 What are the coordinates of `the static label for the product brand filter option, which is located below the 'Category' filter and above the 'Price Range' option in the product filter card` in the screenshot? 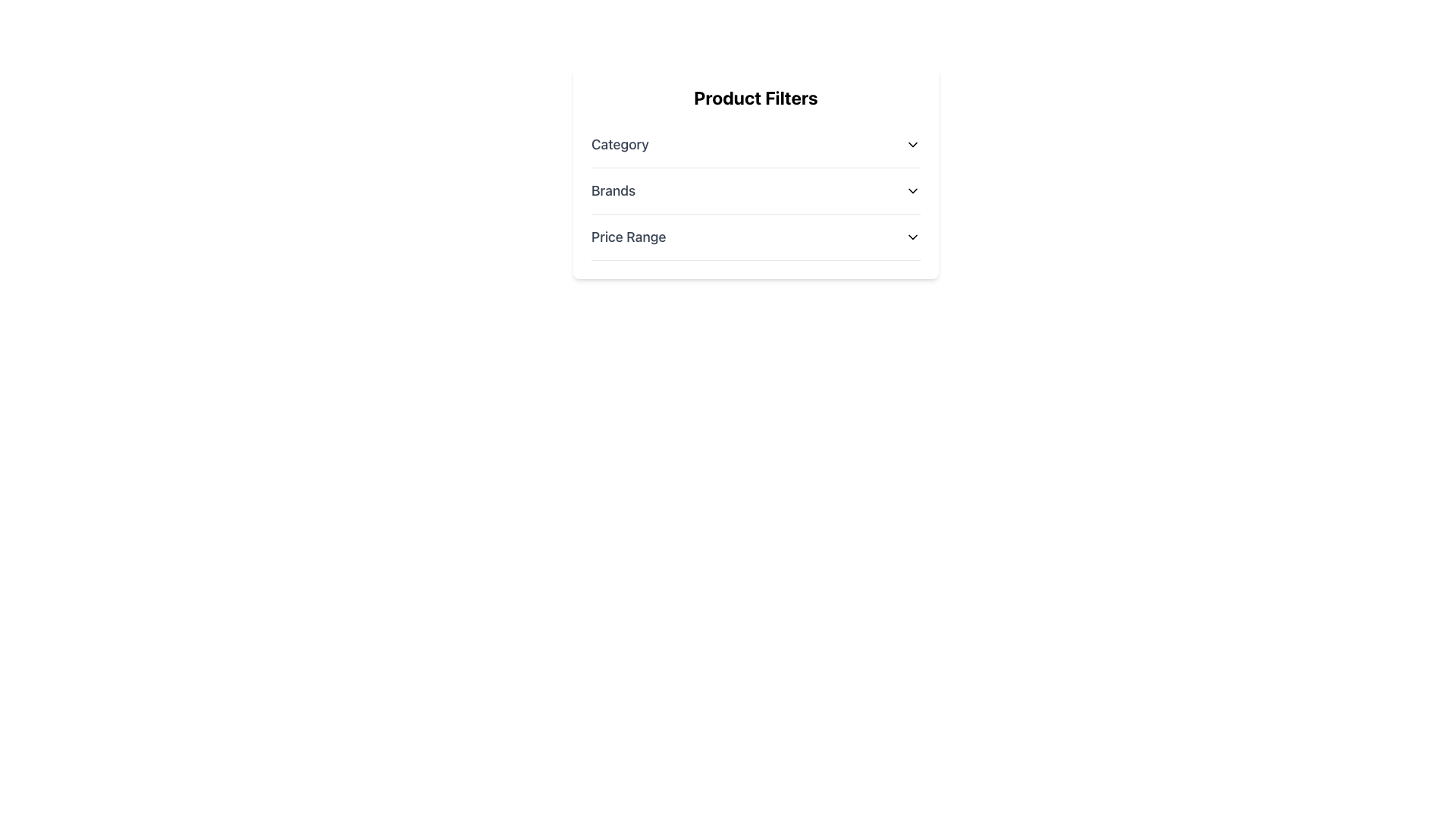 It's located at (613, 190).